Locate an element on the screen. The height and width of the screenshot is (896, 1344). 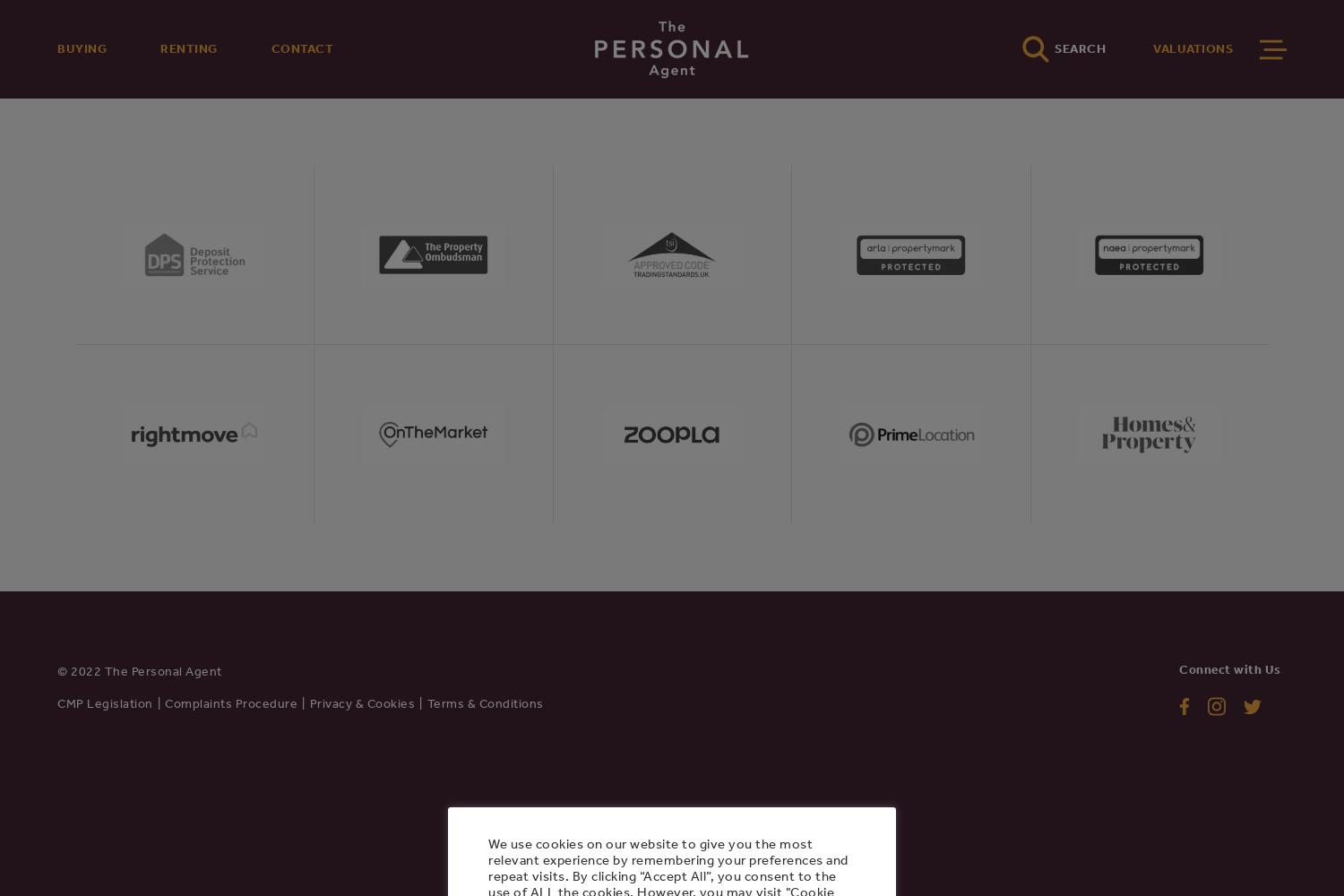
'VALUATIONS' is located at coordinates (1192, 48).